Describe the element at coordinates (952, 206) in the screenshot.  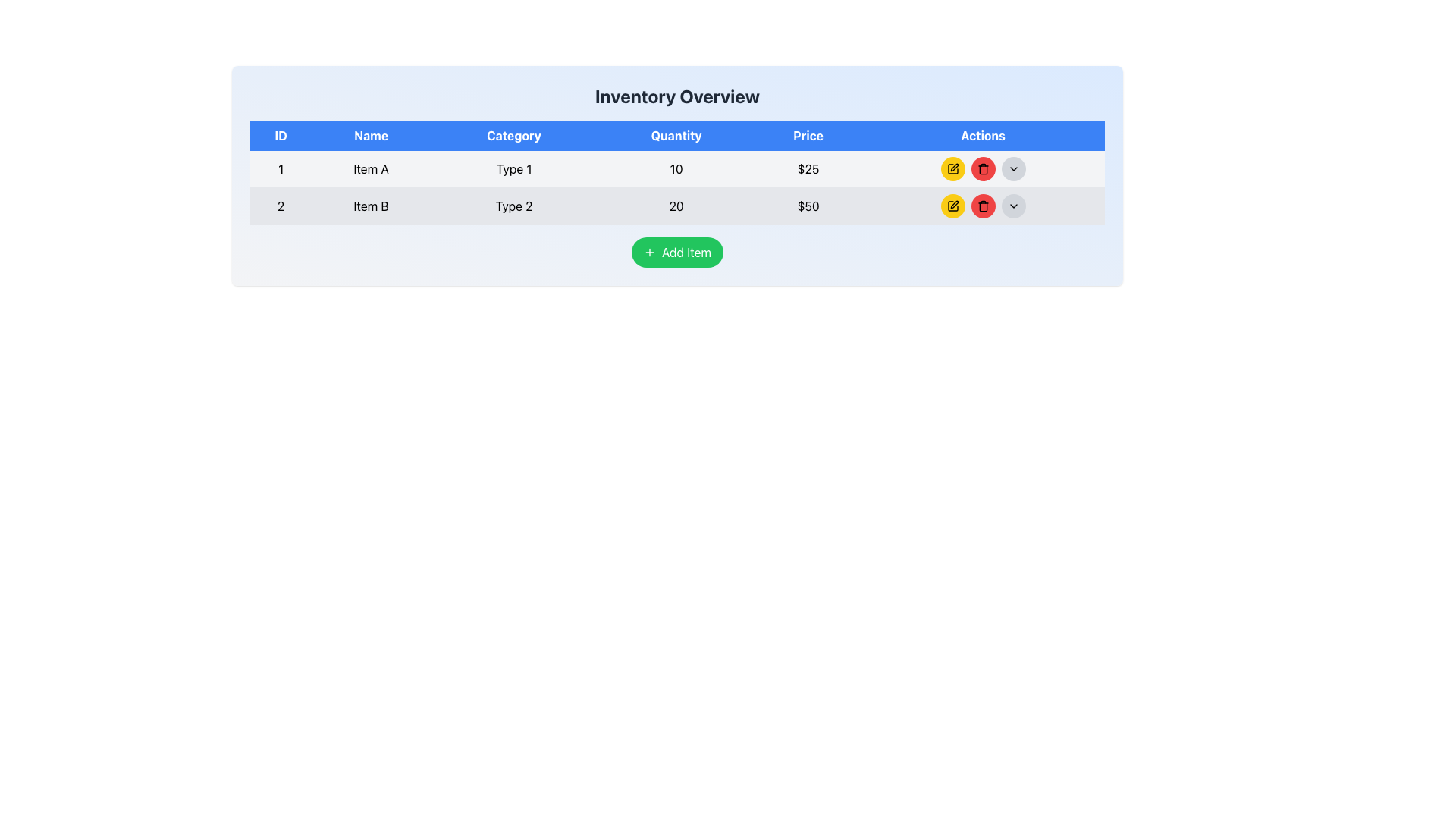
I see `the circular yellow button with a black edit icon in the 'Actions' column of the 'Inventory Overview' table to observe the hover effect` at that location.